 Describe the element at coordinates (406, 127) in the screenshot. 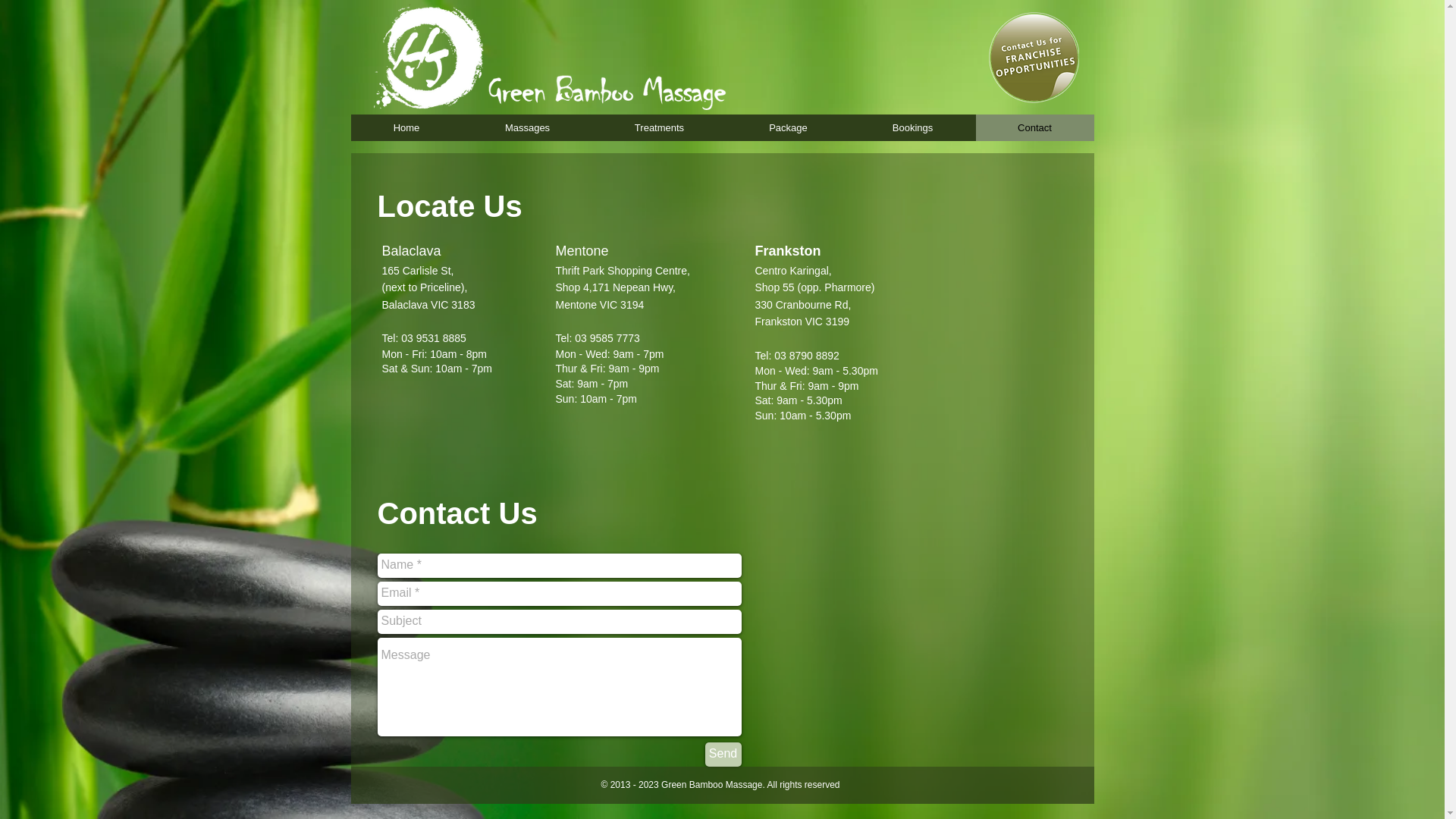

I see `'Home'` at that location.